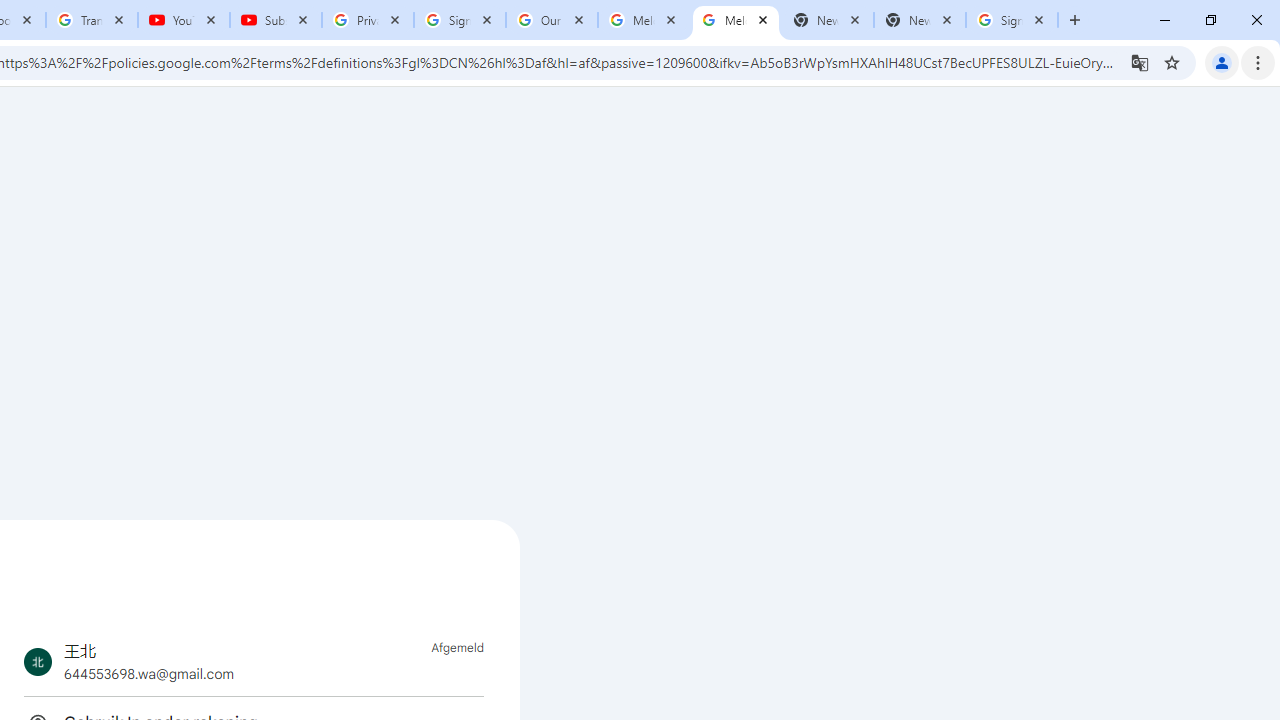  What do you see at coordinates (1139, 61) in the screenshot?
I see `'Translate this page'` at bounding box center [1139, 61].